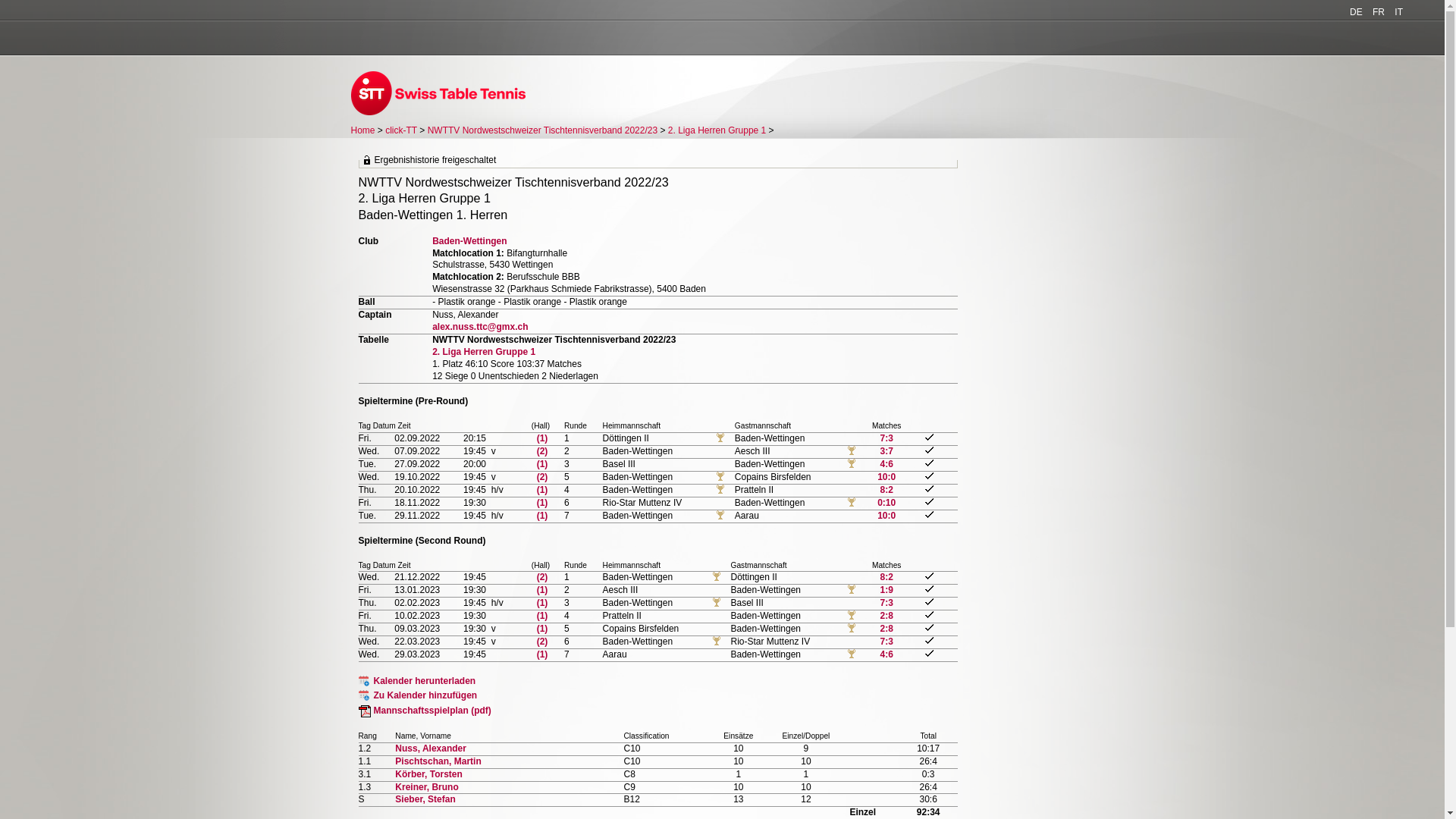  I want to click on 'Spielbericht genehmigt', so click(928, 513).